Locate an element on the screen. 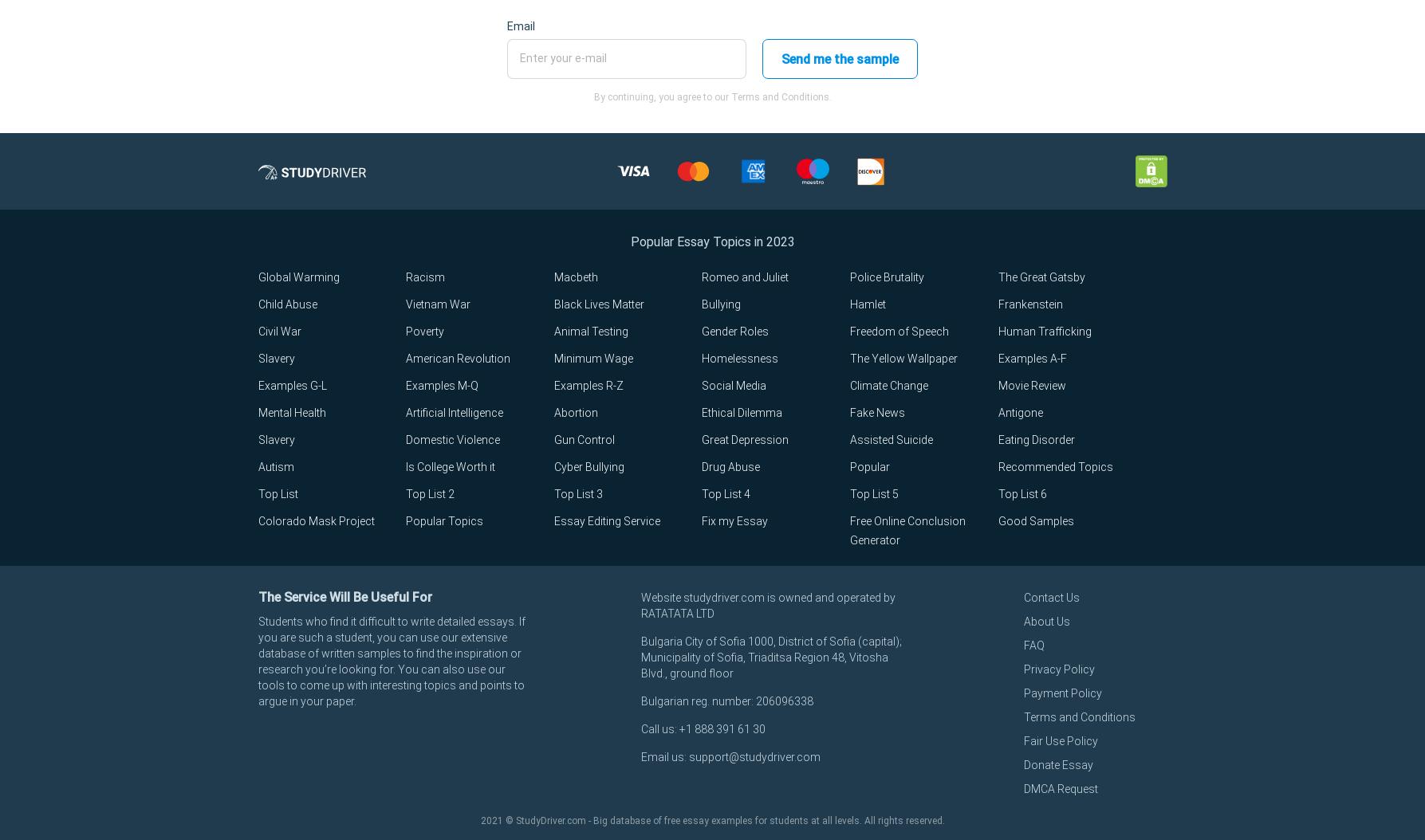  'Top List' is located at coordinates (276, 493).